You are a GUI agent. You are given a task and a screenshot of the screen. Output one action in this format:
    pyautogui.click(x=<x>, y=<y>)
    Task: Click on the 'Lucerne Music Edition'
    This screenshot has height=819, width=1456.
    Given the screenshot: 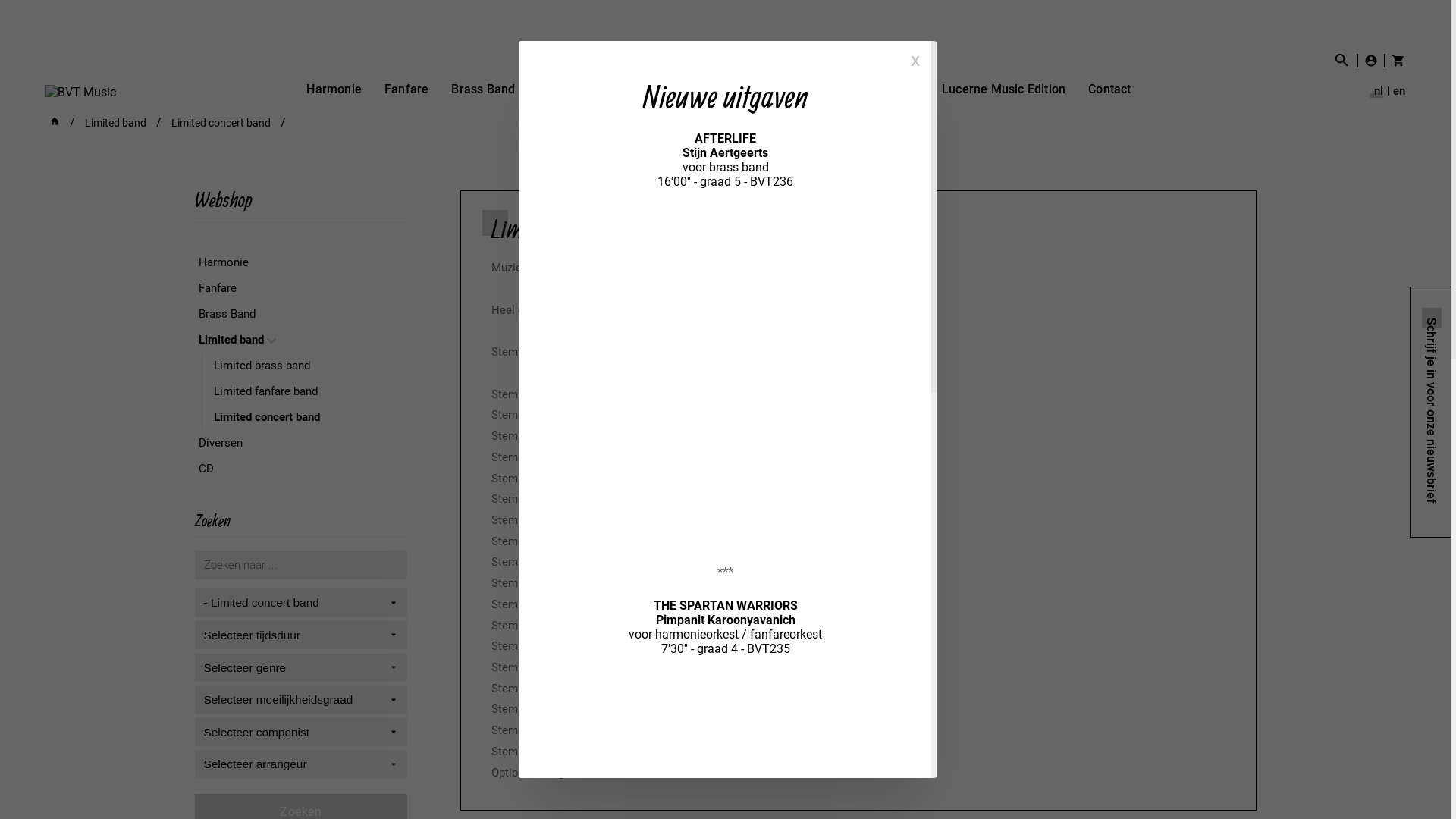 What is the action you would take?
    pyautogui.click(x=1003, y=88)
    